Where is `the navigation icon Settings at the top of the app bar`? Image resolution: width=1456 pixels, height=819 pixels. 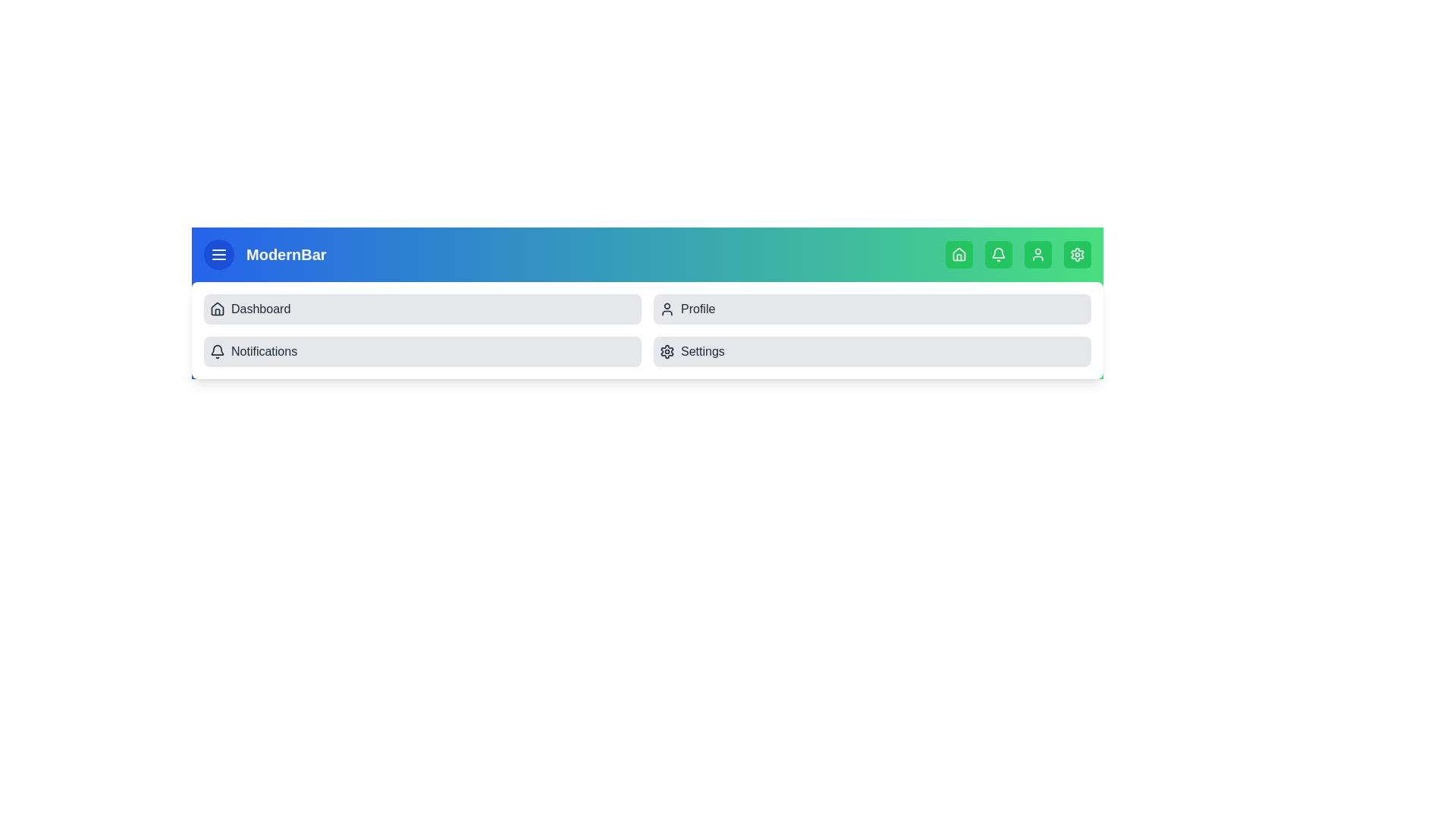 the navigation icon Settings at the top of the app bar is located at coordinates (1076, 253).